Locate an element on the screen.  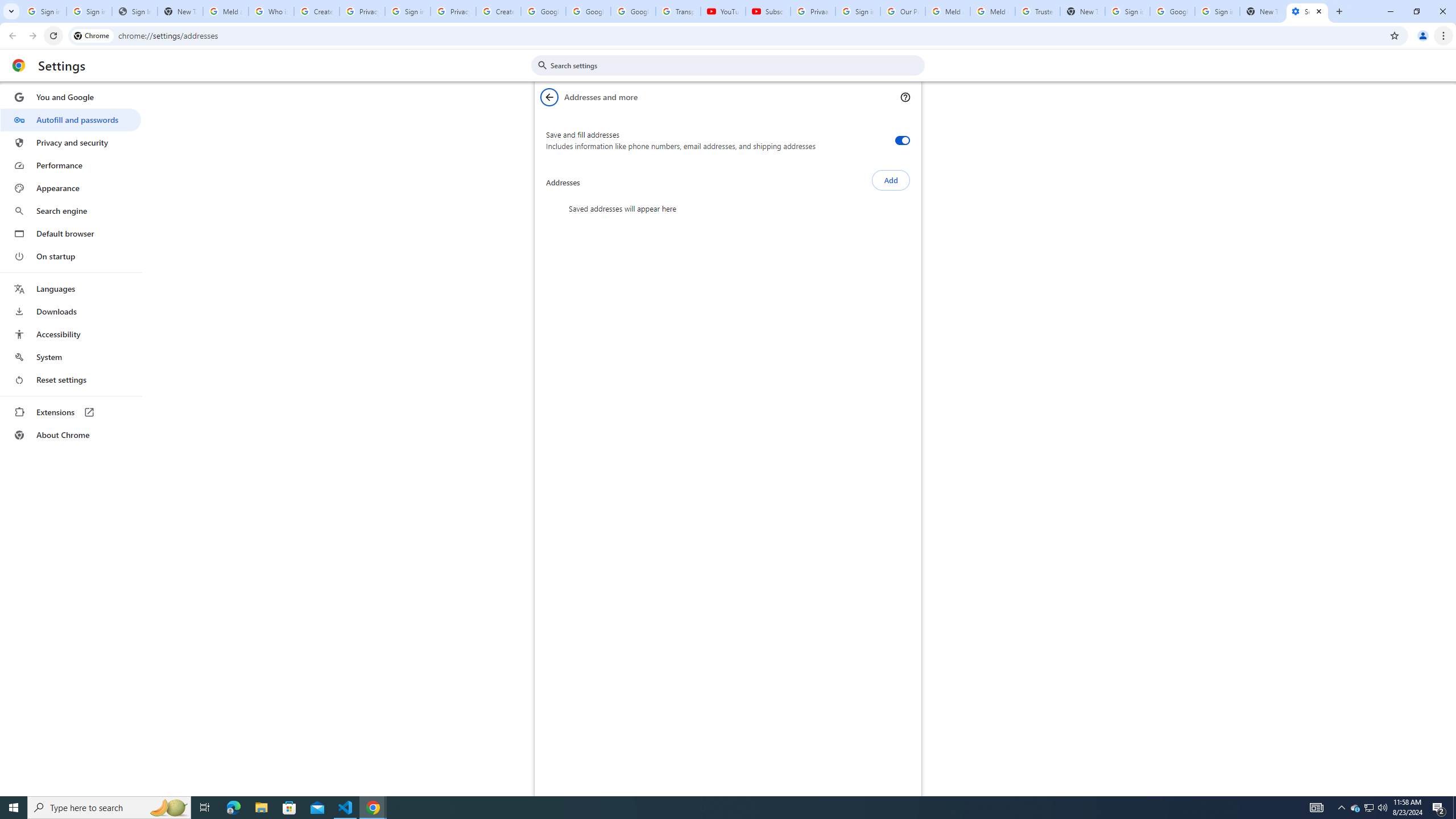
'Autofill and passwords' is located at coordinates (70, 119).